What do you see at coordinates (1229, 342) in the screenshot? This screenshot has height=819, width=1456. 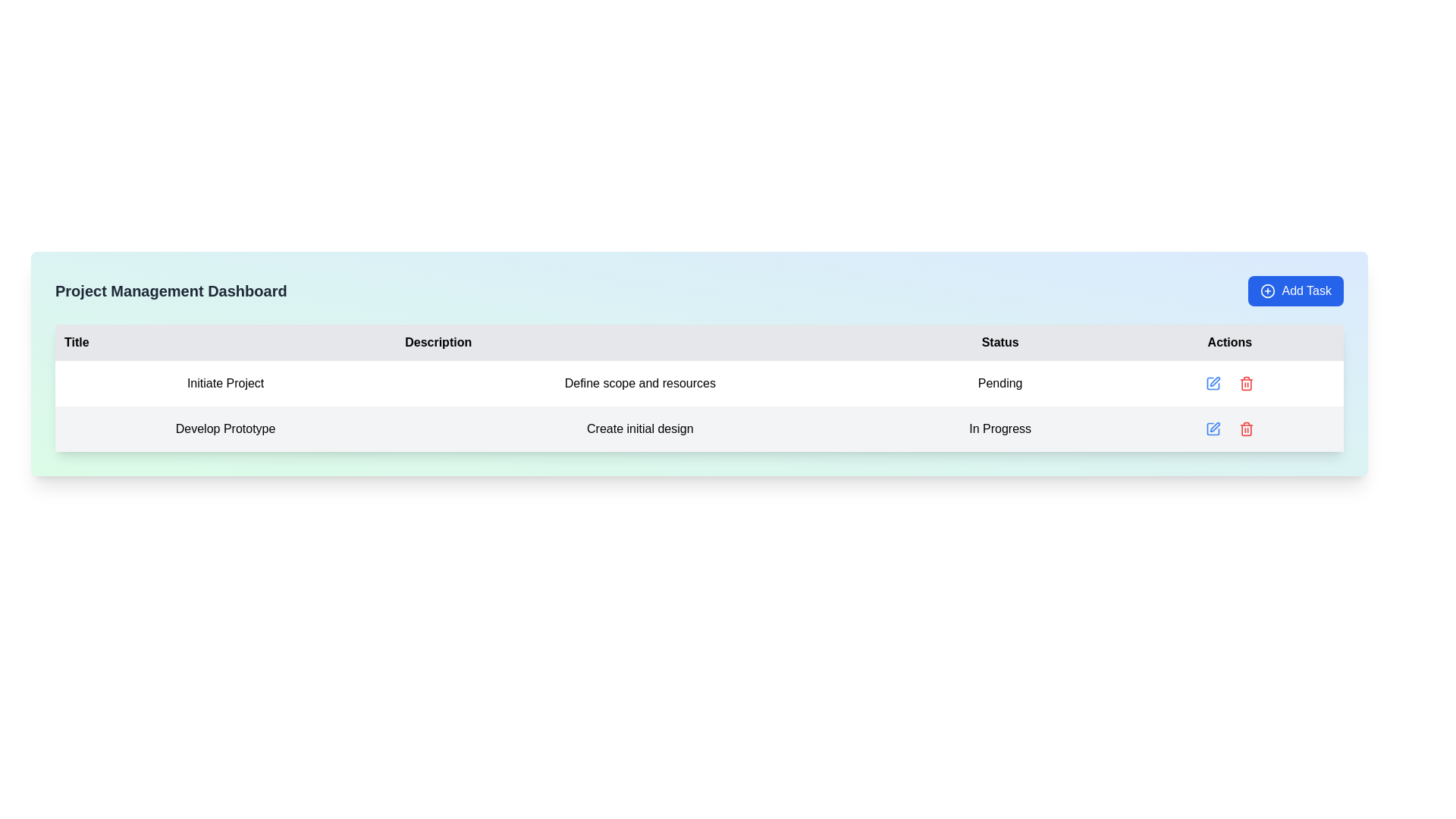 I see `the 'Actions' header of the table column, which is the last column header in the dashboard interface, positioned to the right of the 'Status' header` at bounding box center [1229, 342].